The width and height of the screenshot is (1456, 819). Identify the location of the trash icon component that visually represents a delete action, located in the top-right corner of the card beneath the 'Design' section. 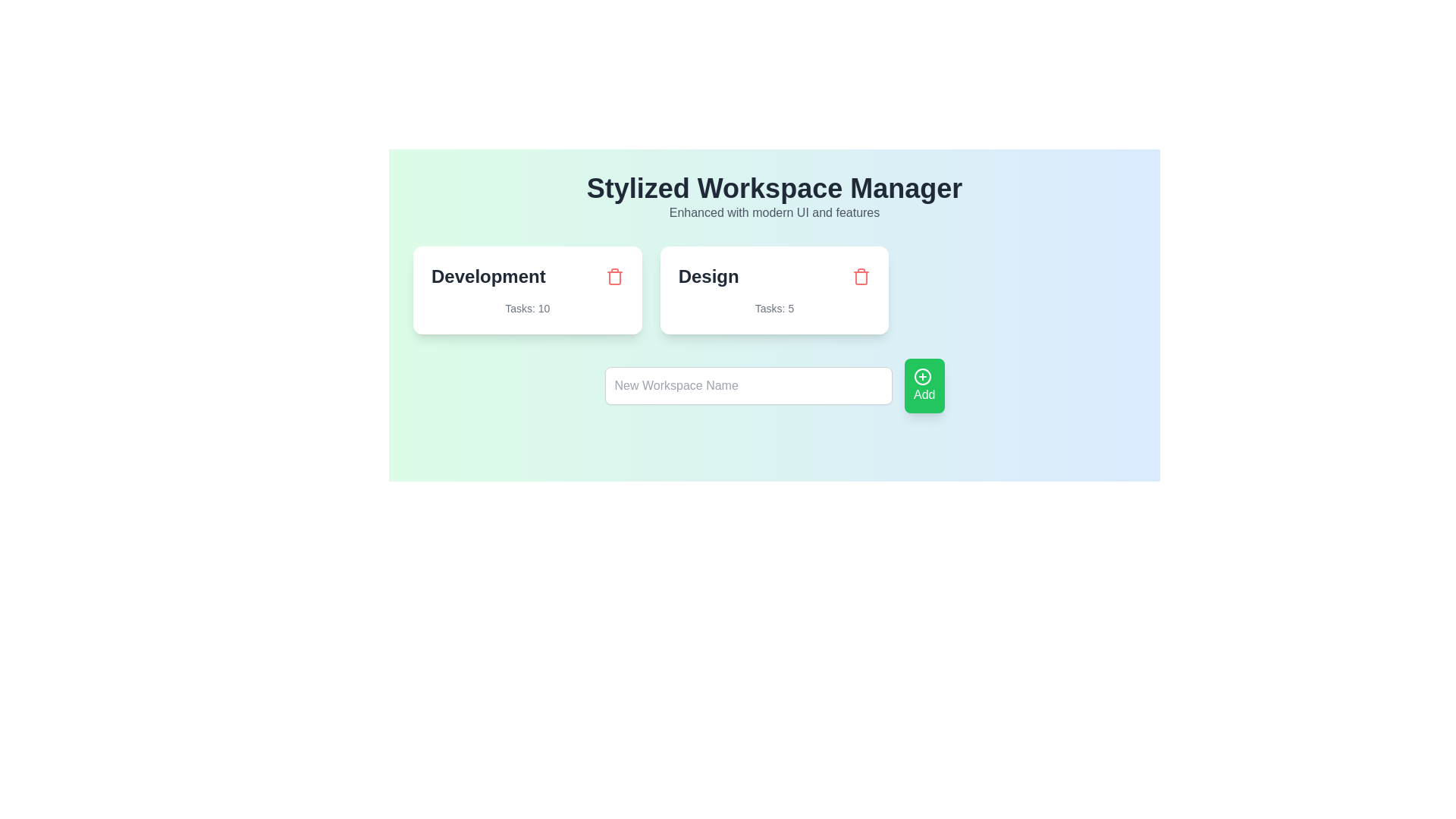
(861, 278).